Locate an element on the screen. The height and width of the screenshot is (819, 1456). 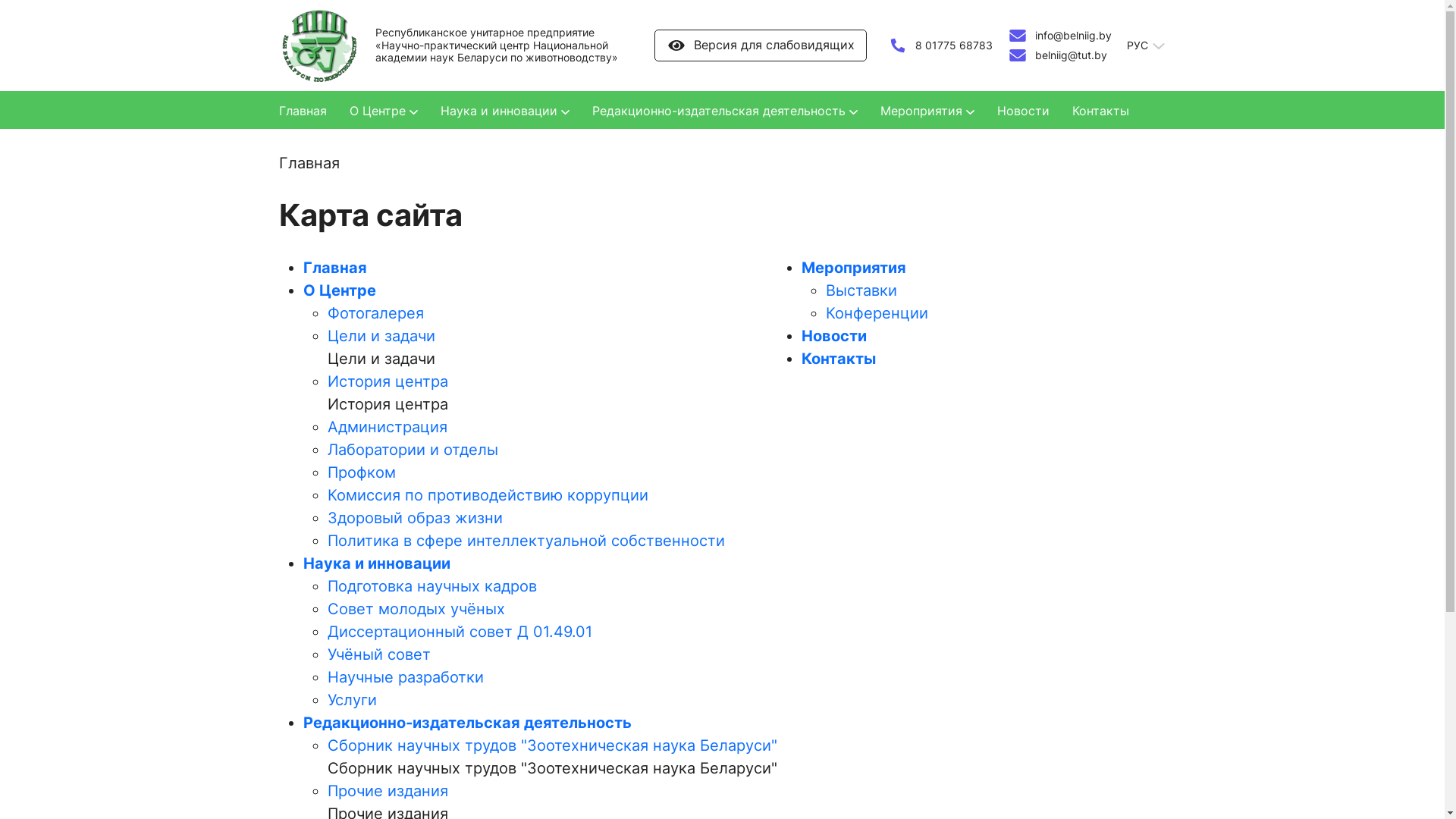
'belniig@tut.by' is located at coordinates (1007, 55).